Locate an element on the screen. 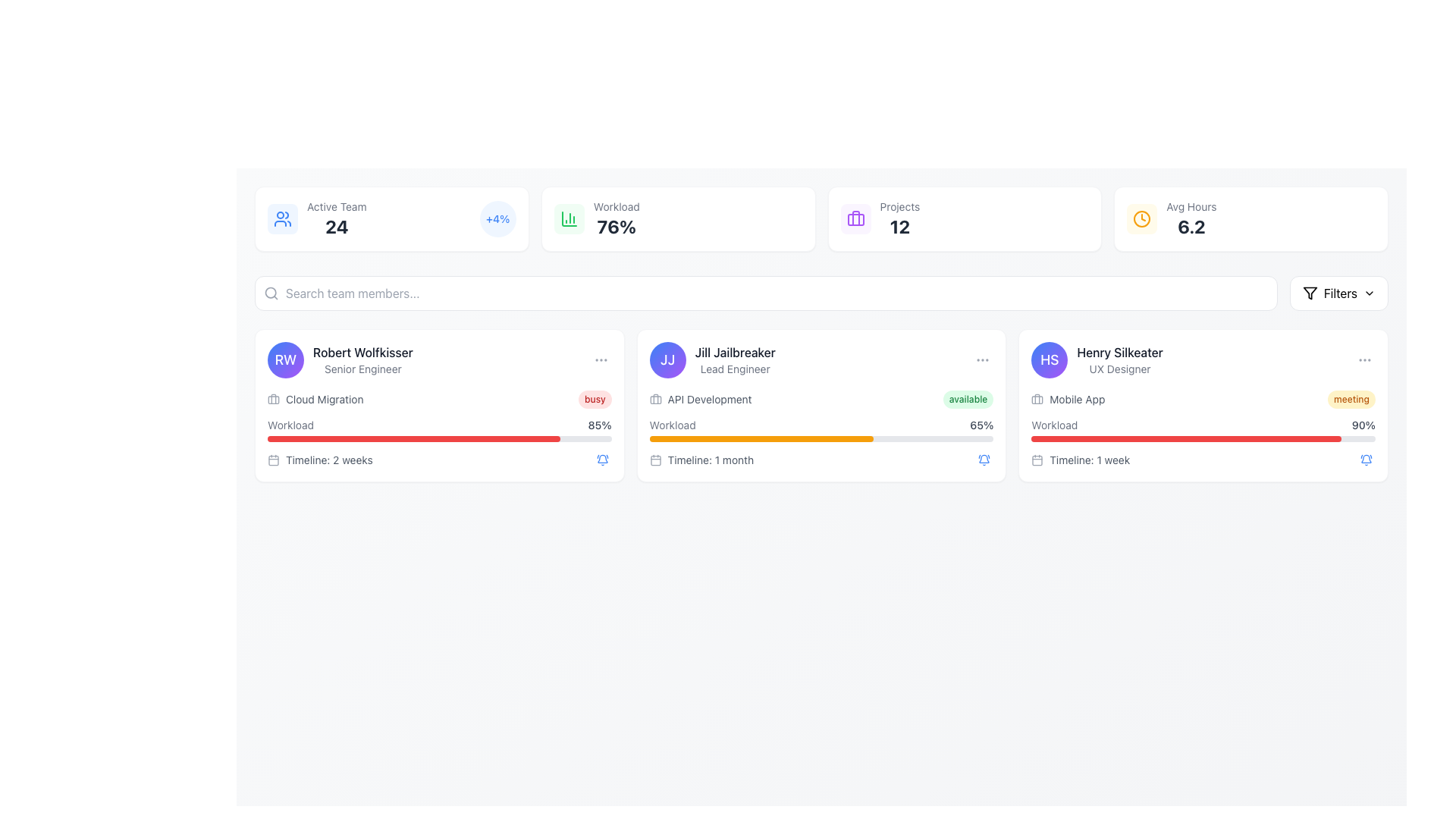  the label representing a metric or status update in the 'Active Team' section, located within a blue circular background to the right of the 'Active Team' label is located at coordinates (497, 219).